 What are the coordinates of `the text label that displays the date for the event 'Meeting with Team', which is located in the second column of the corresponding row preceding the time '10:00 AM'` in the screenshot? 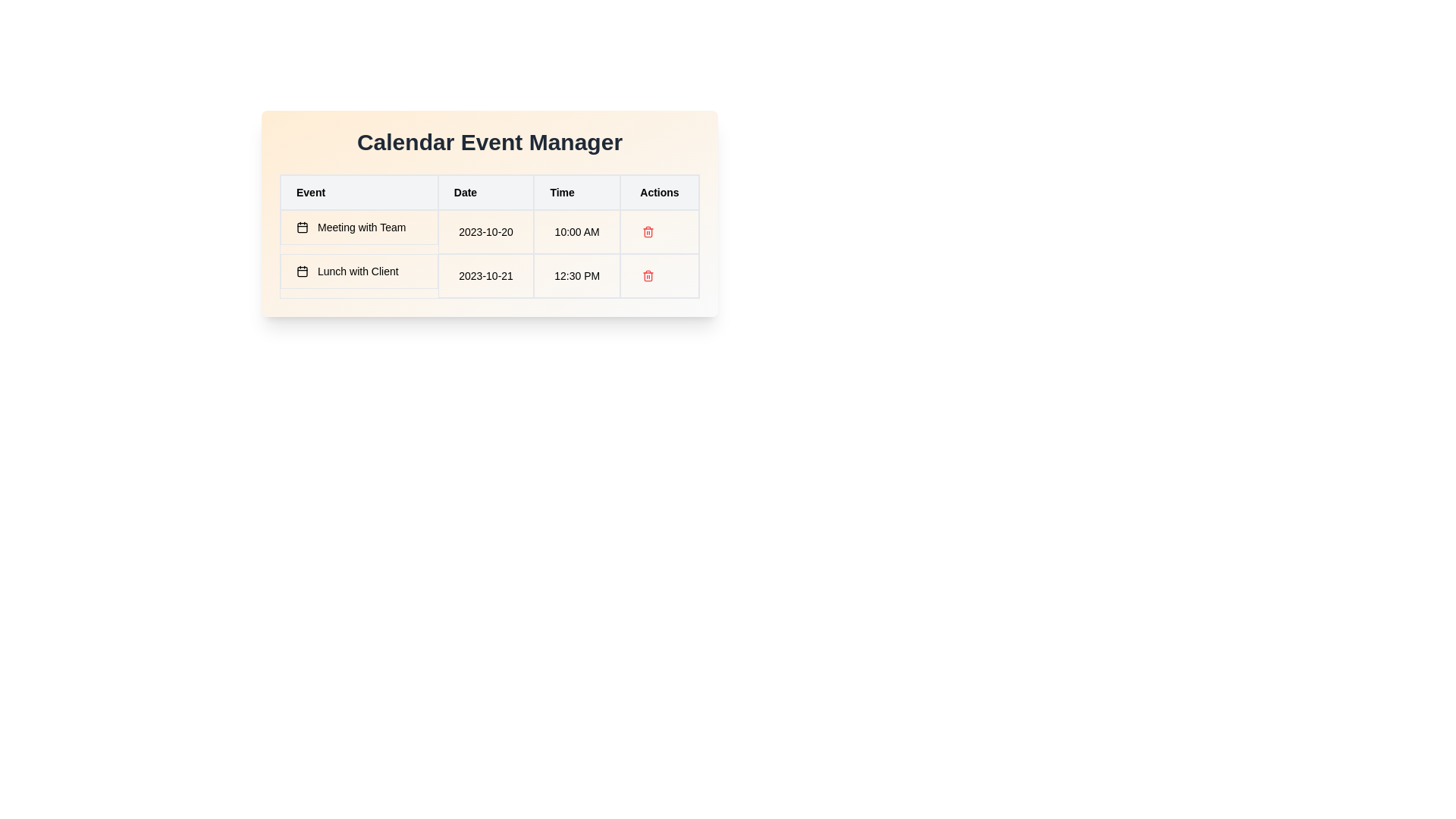 It's located at (490, 231).